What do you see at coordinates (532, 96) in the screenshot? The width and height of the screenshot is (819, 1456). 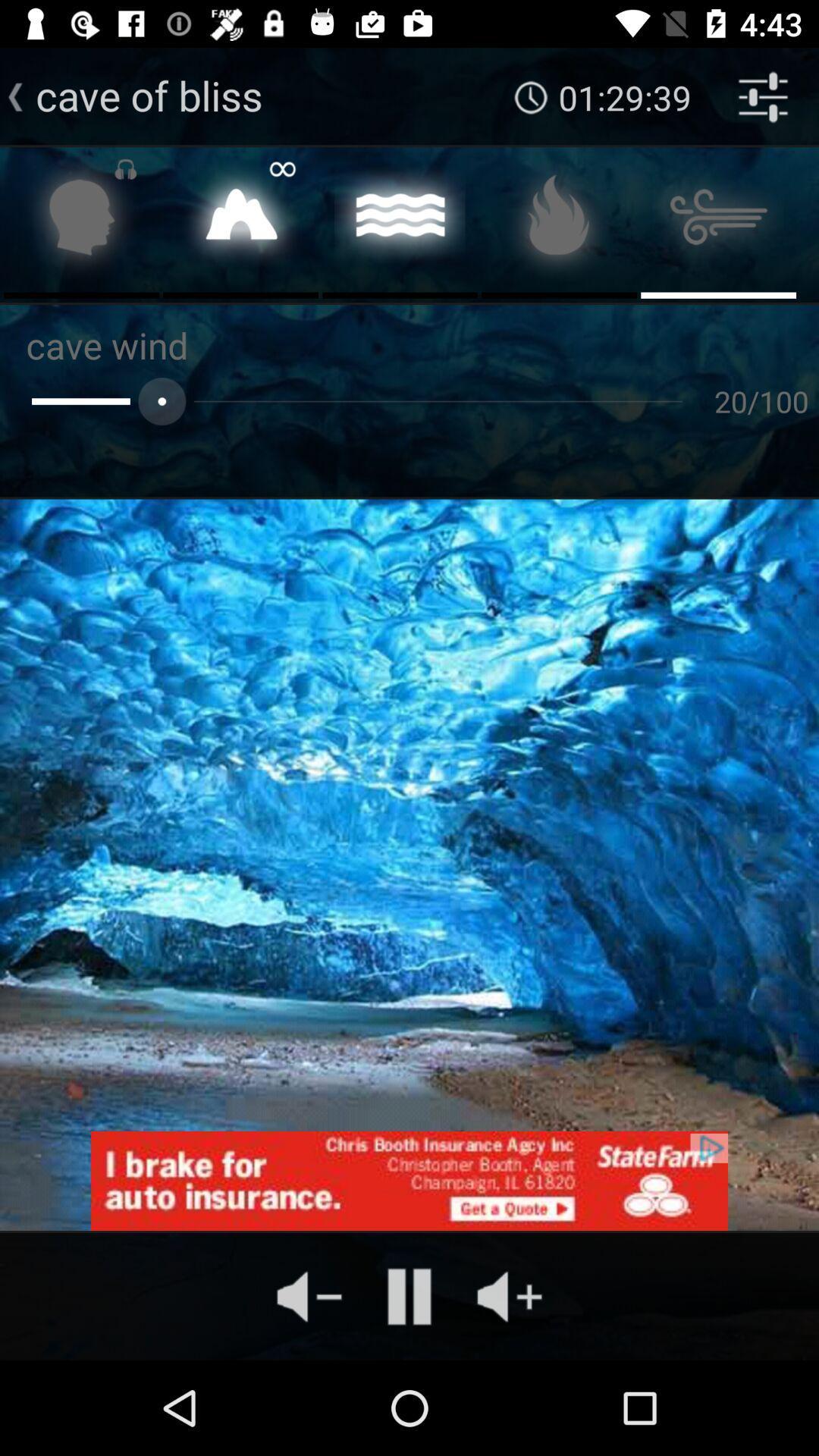 I see `the time icon` at bounding box center [532, 96].